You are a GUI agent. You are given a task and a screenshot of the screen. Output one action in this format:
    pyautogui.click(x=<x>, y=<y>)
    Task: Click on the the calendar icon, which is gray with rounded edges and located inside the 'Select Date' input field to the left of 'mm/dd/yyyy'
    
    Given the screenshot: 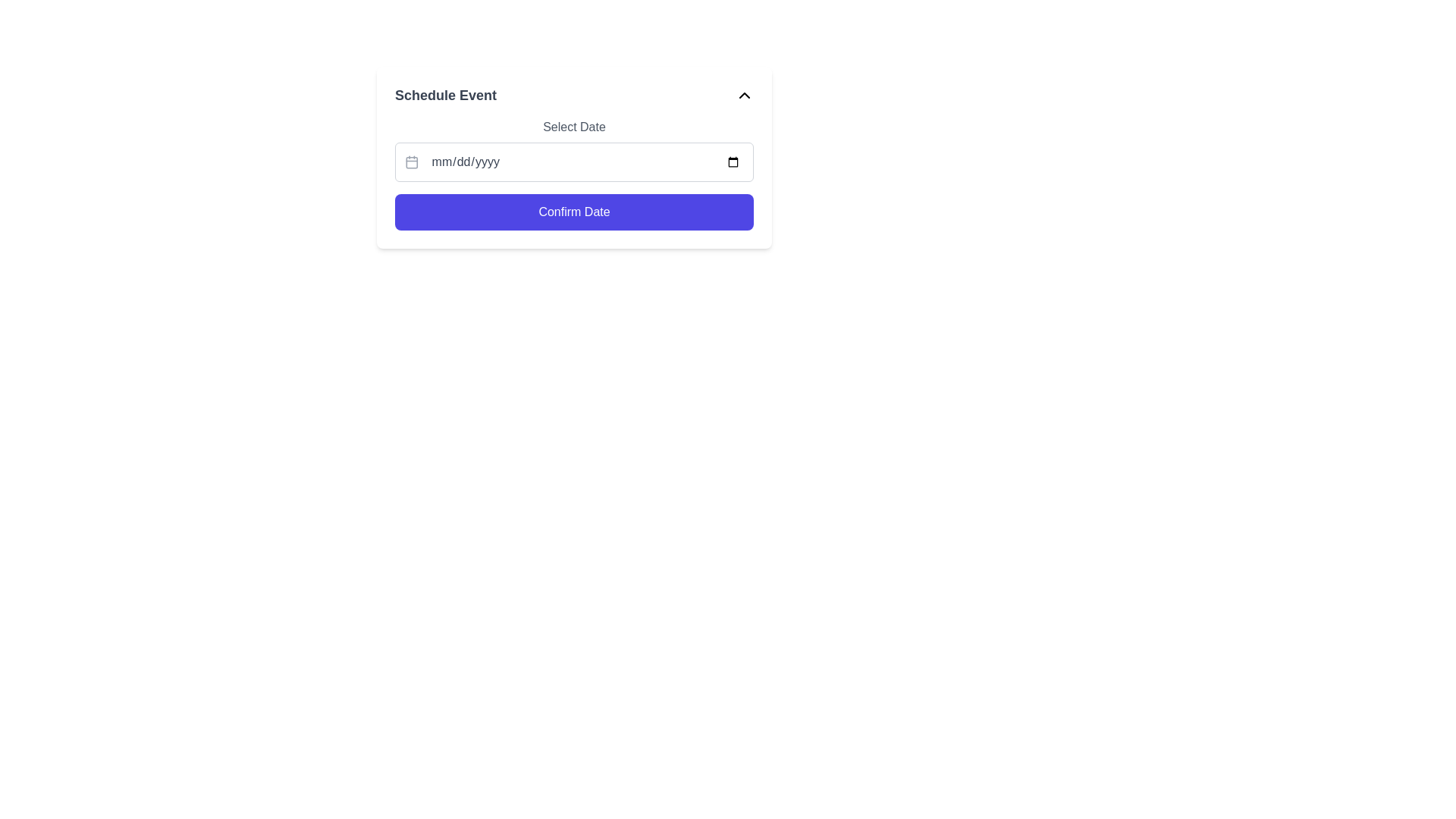 What is the action you would take?
    pyautogui.click(x=412, y=162)
    